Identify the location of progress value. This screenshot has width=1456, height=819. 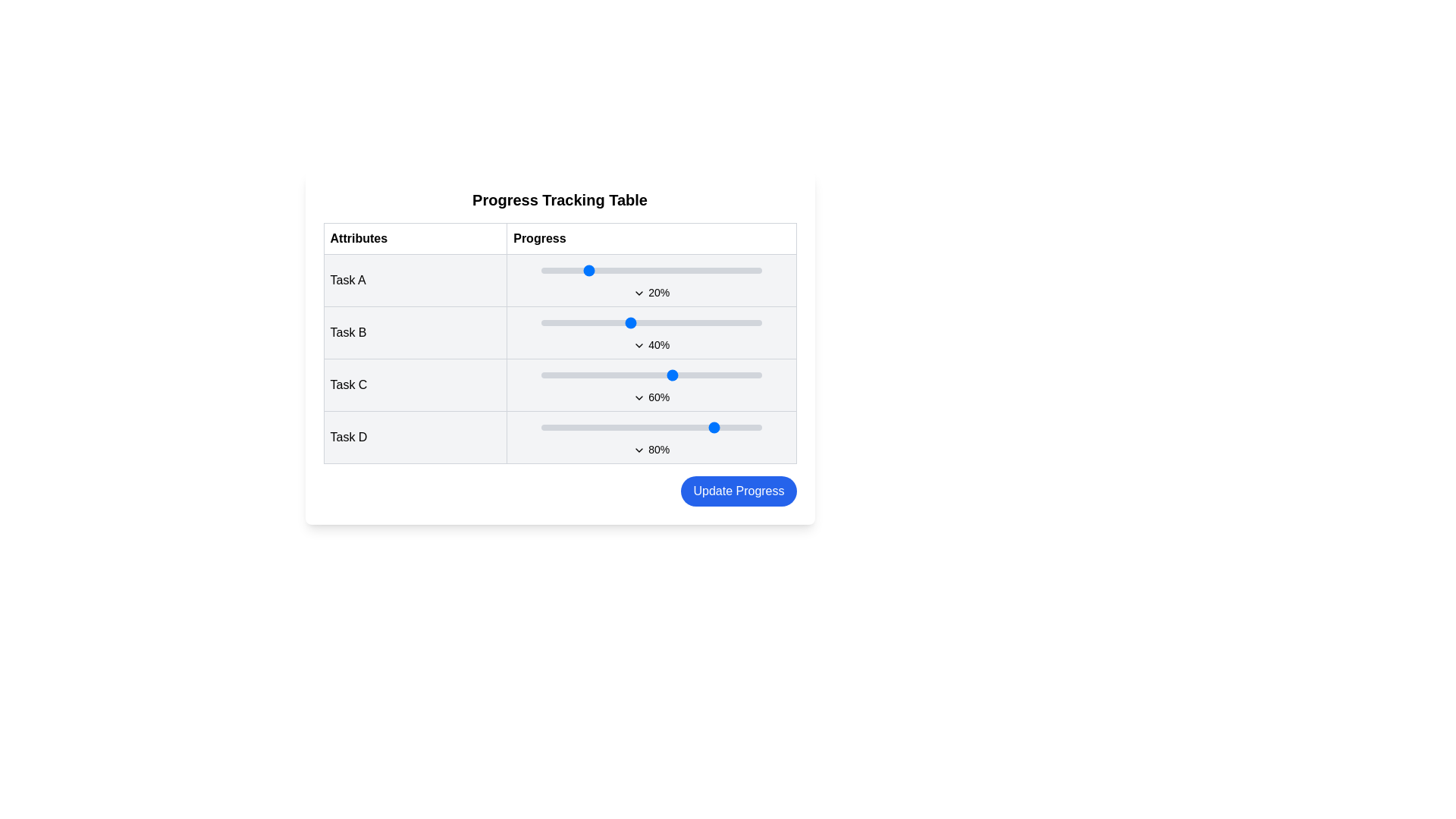
(675, 270).